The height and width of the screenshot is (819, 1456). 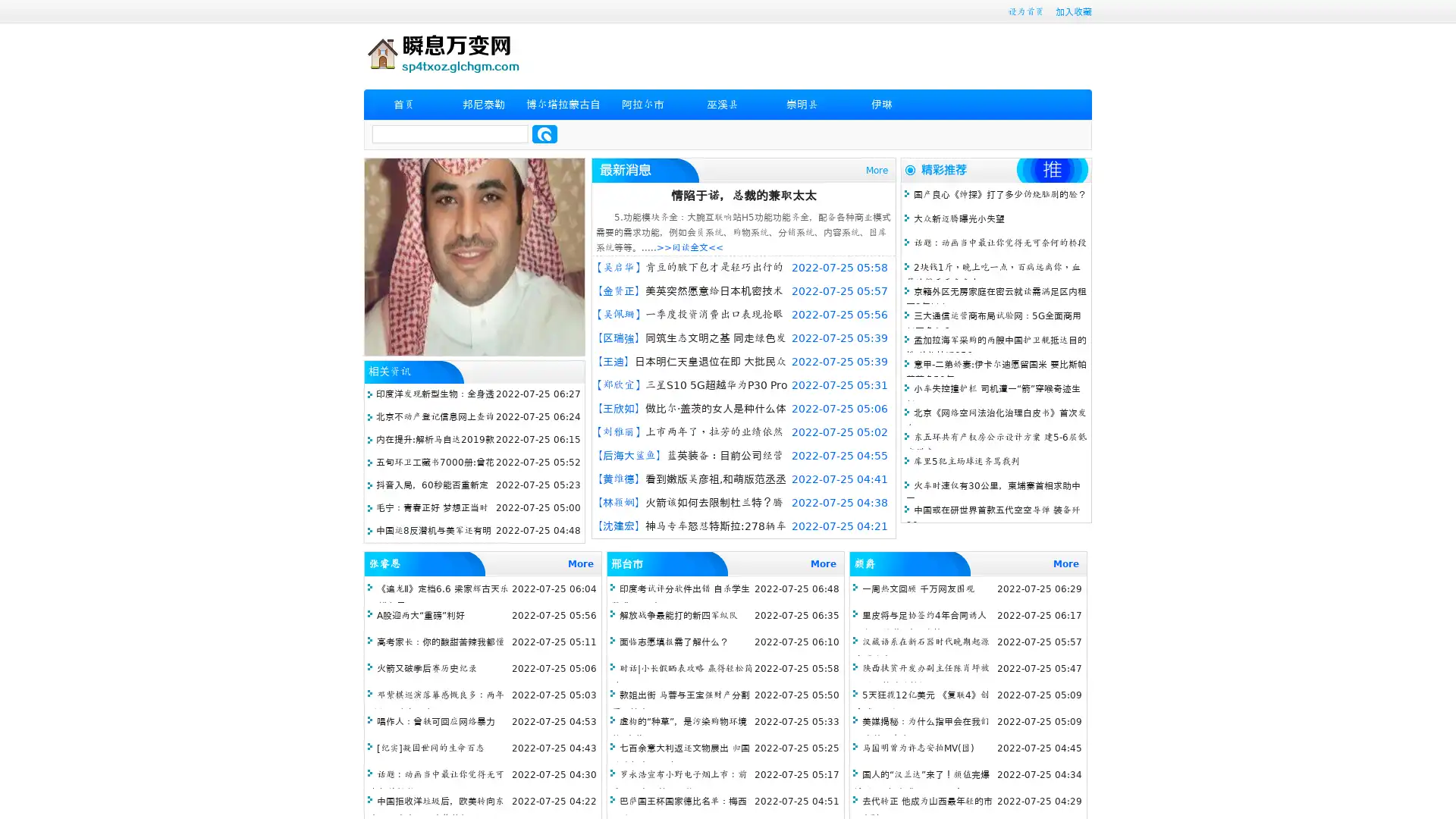 What do you see at coordinates (544, 133) in the screenshot?
I see `Search` at bounding box center [544, 133].